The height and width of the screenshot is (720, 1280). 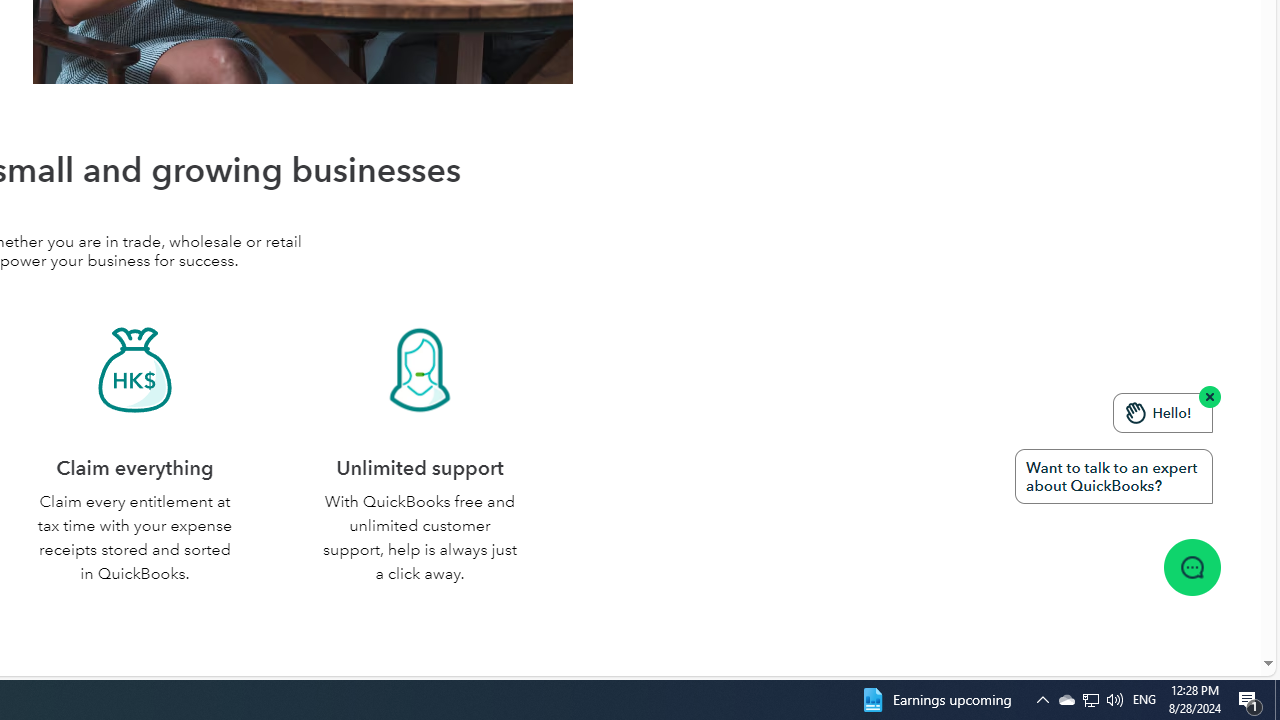 What do you see at coordinates (1136, 411) in the screenshot?
I see `'hand-icon'` at bounding box center [1136, 411].